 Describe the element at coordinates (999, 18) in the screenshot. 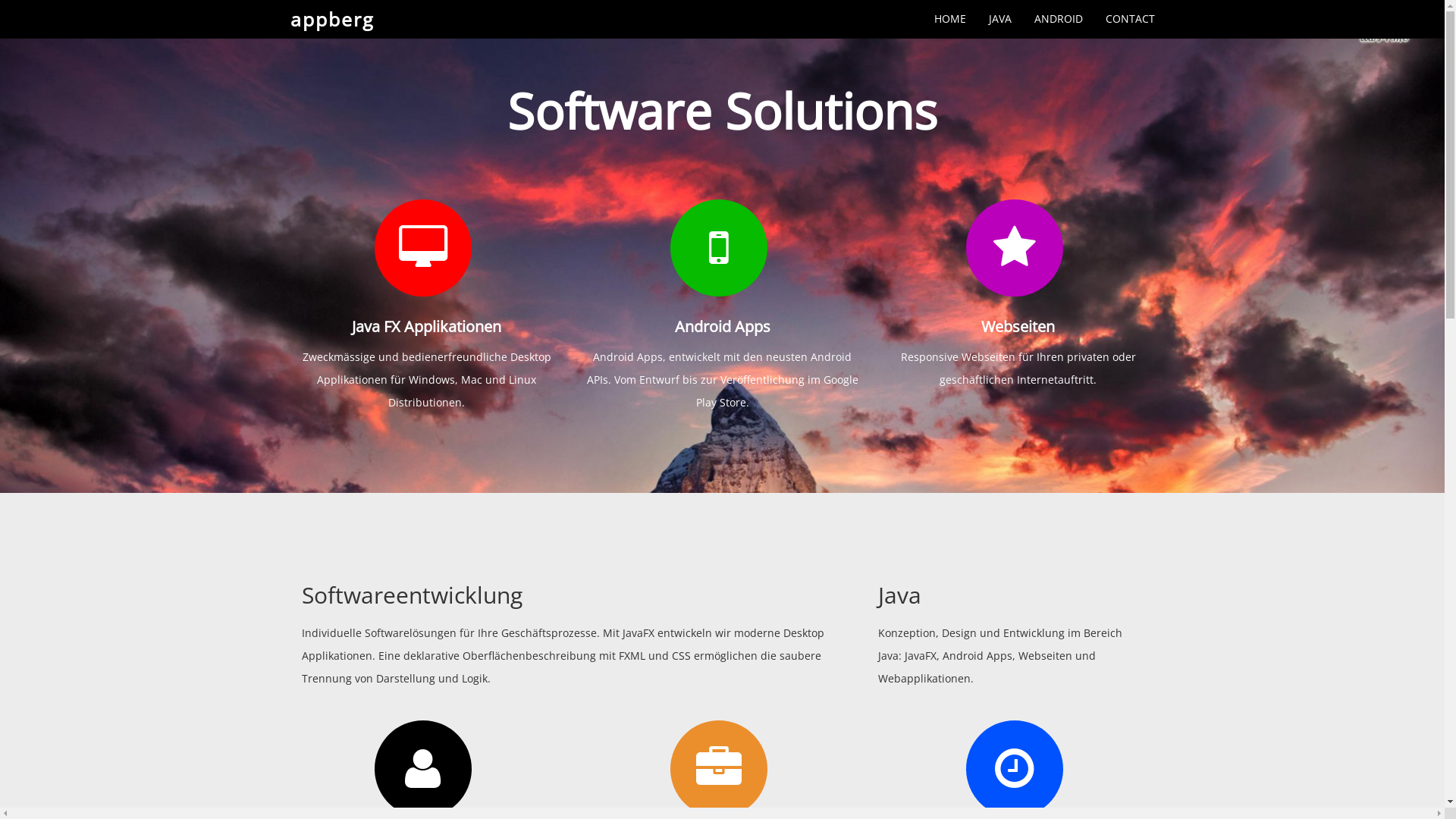

I see `'JAVA'` at that location.